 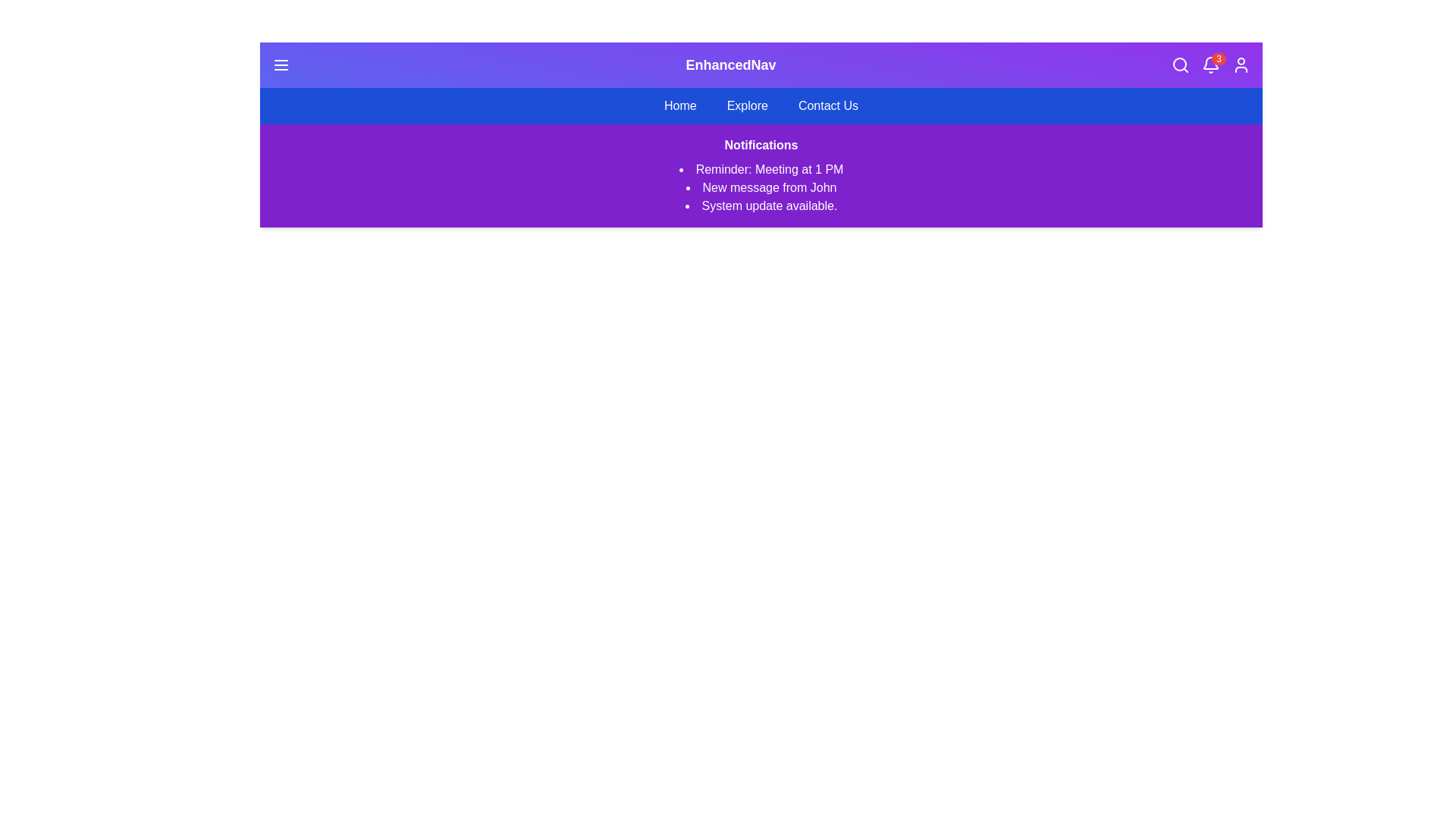 What do you see at coordinates (1179, 64) in the screenshot?
I see `the magnifying glass icon in the top-right corner of the navigation bar` at bounding box center [1179, 64].